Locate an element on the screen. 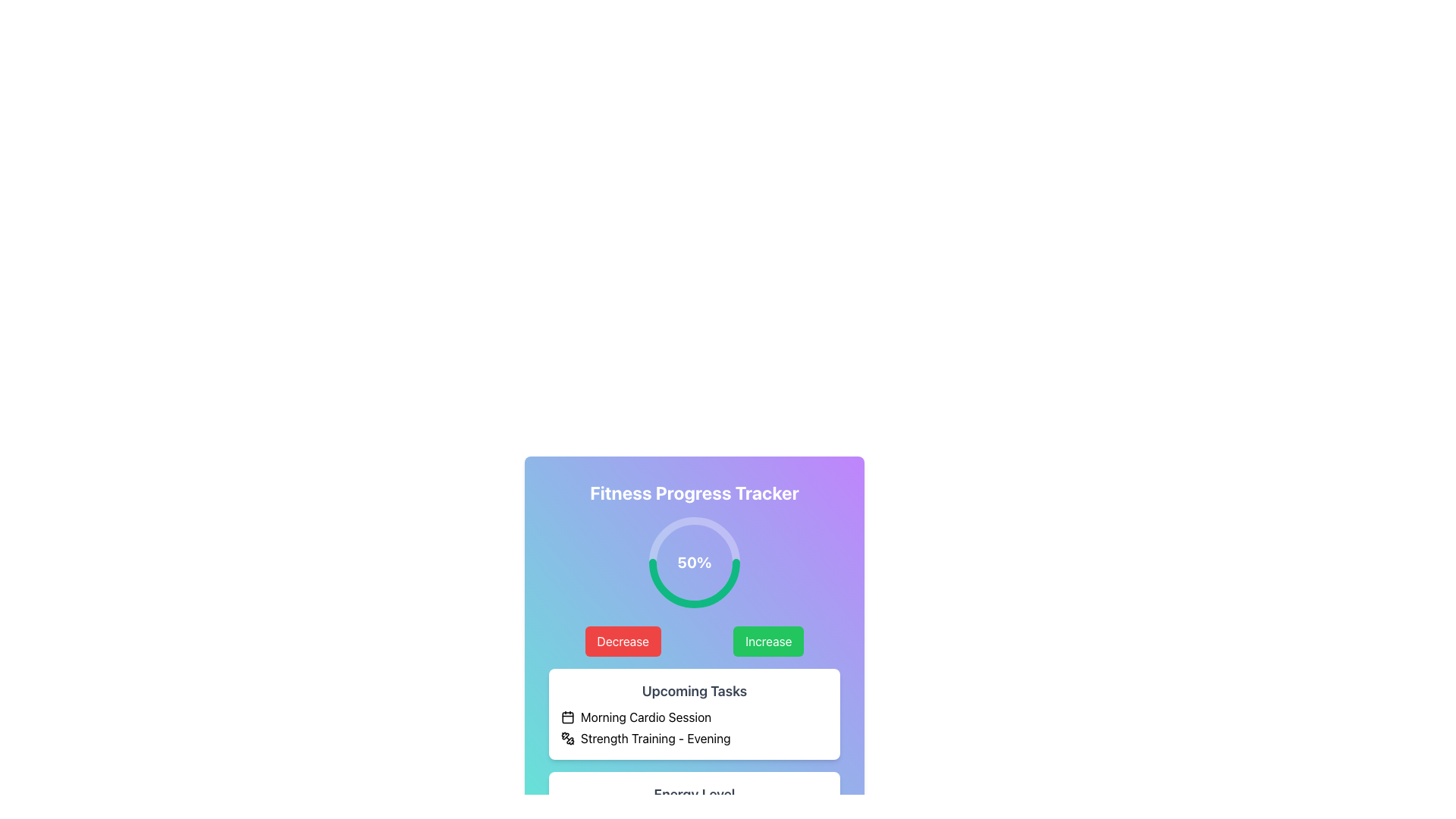 The image size is (1456, 819). the second button to the right of the red 'Decrease' button, which is used to increase a value in the 'Fitness Progress Tracker' is located at coordinates (768, 641).